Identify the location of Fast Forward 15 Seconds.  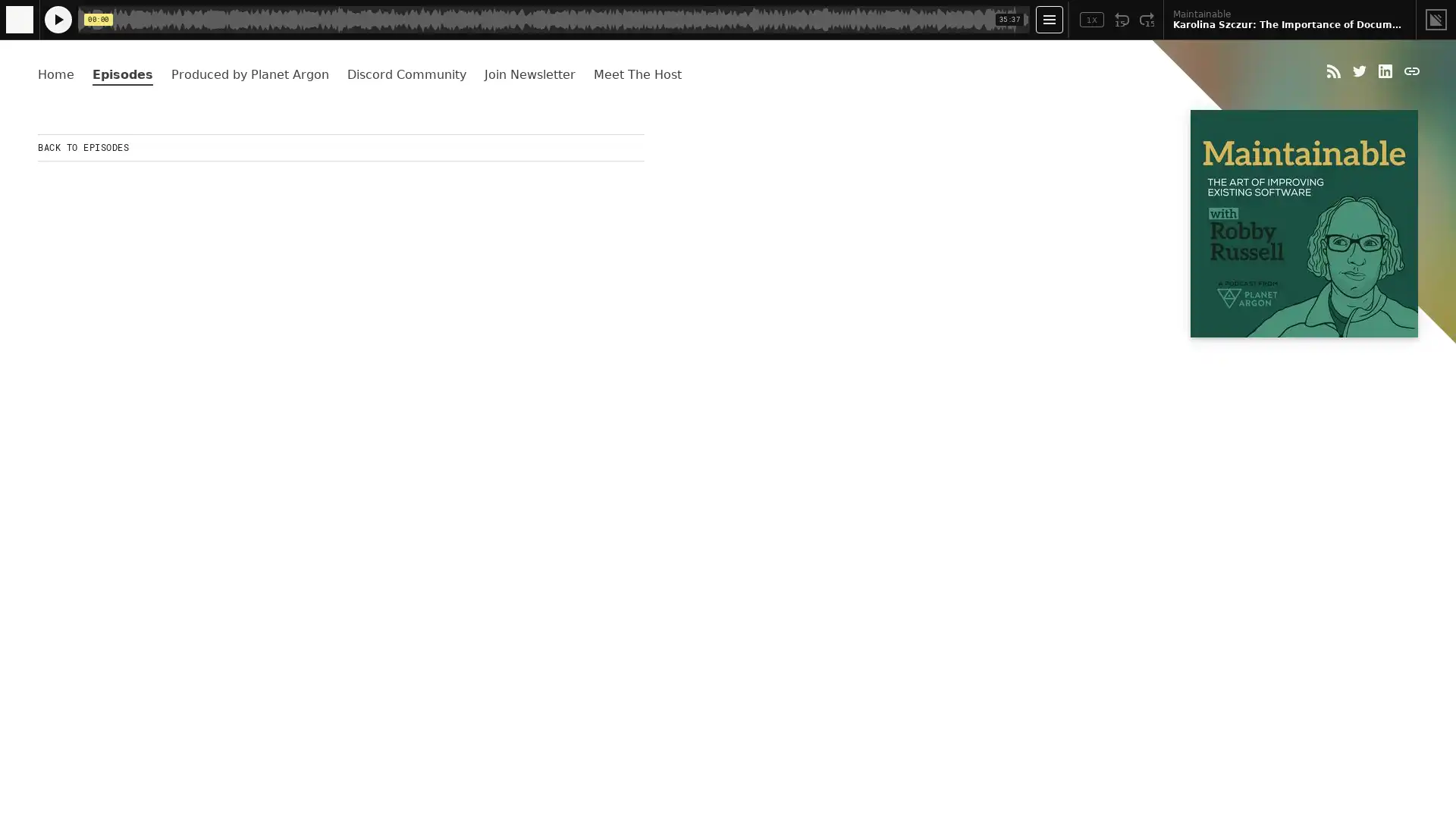
(1147, 20).